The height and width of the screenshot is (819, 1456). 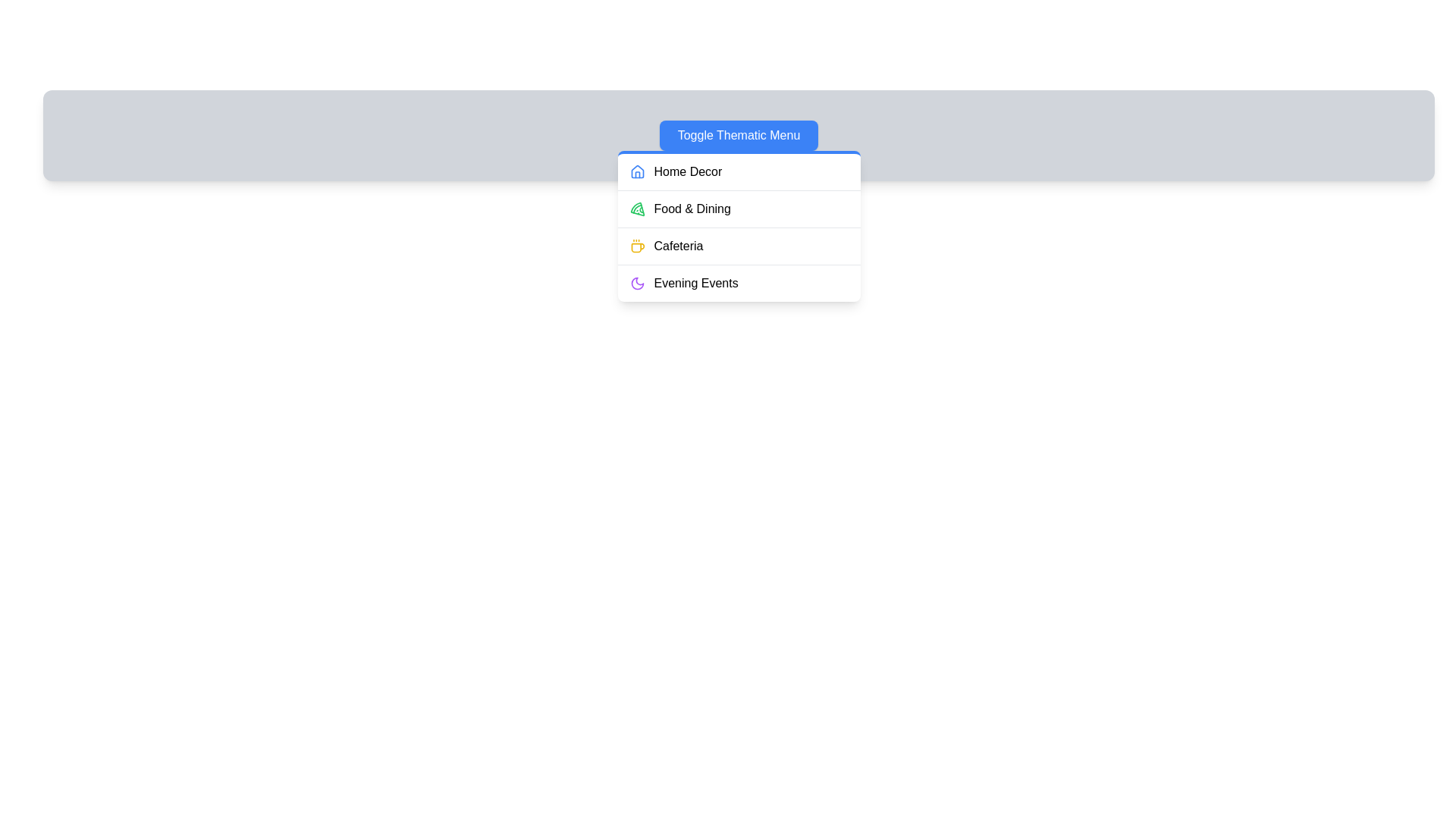 I want to click on the menu item Home Decor to observe its visual feedback, so click(x=739, y=171).